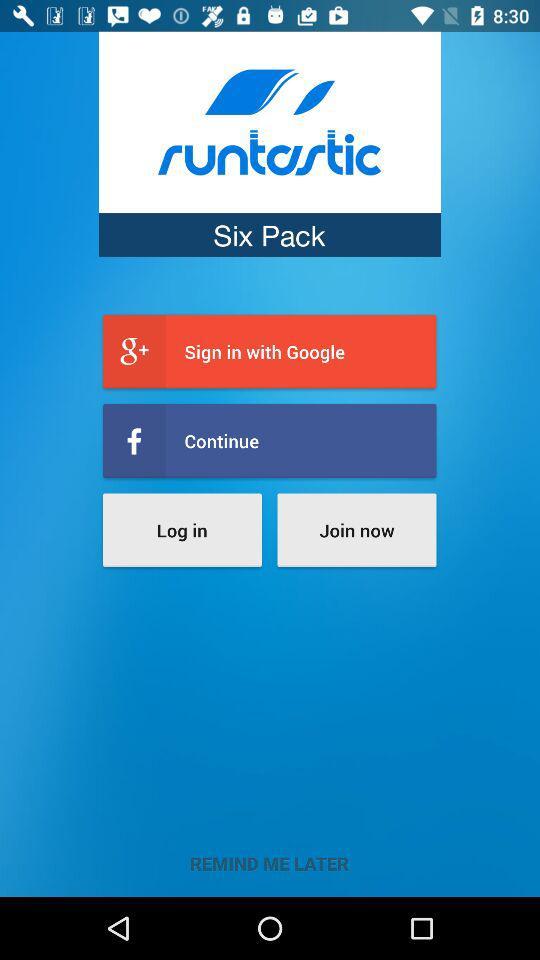 This screenshot has width=540, height=960. Describe the element at coordinates (182, 529) in the screenshot. I see `item next to join now` at that location.